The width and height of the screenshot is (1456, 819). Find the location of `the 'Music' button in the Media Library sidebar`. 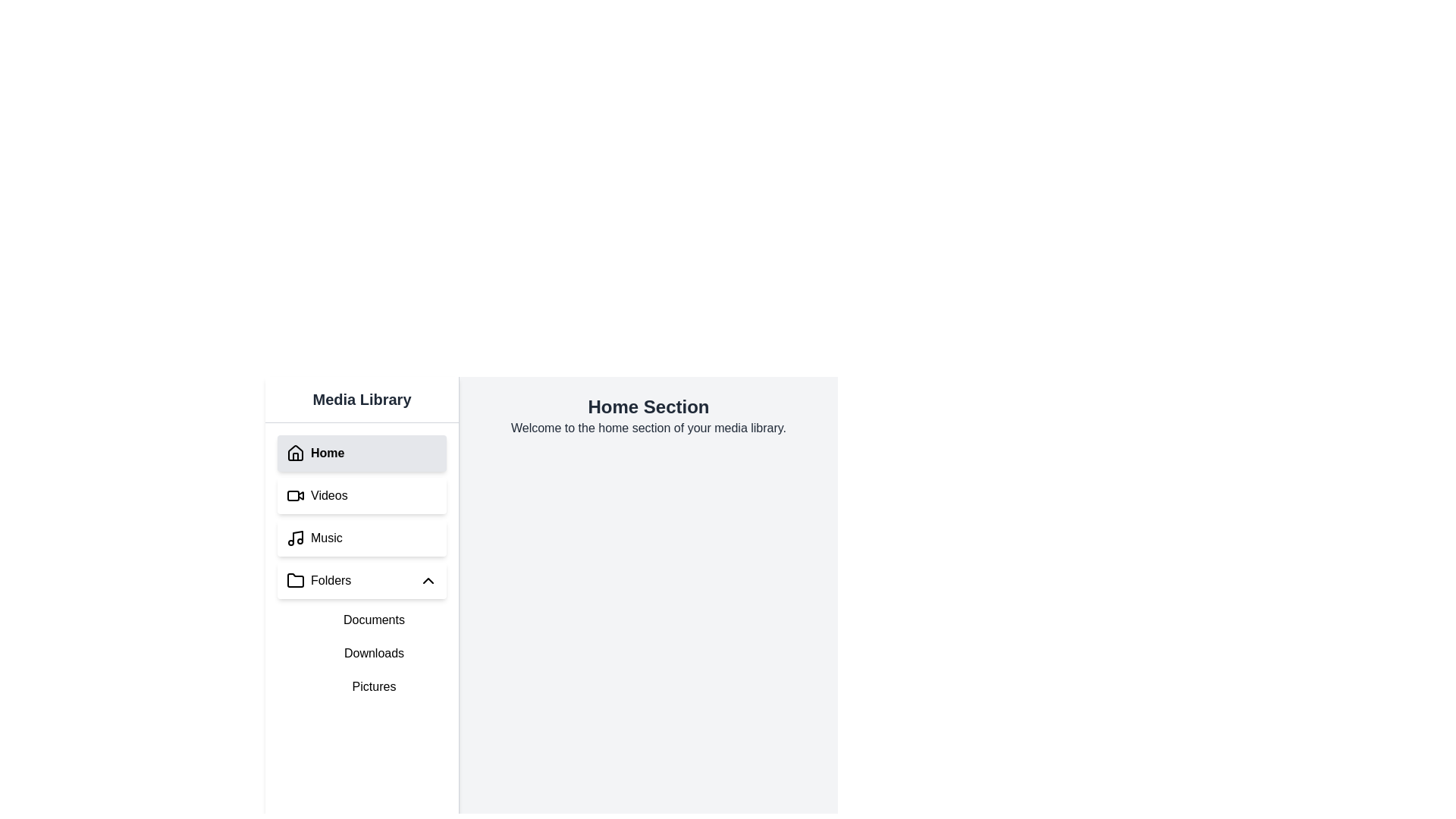

the 'Music' button in the Media Library sidebar is located at coordinates (361, 537).